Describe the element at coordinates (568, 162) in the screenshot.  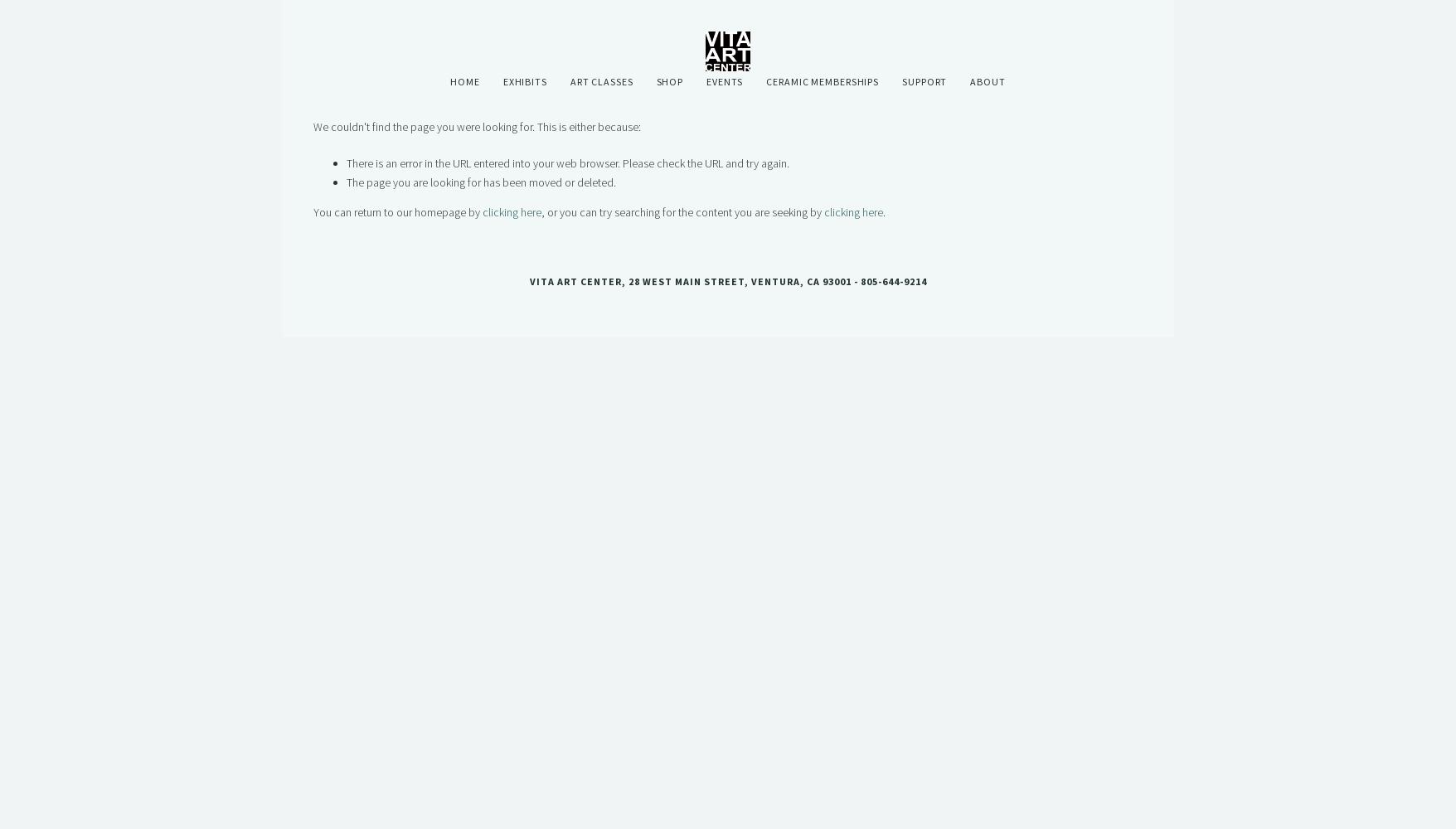
I see `'There is an error in the URL entered into your web browser. Please check the URL and try again.'` at that location.